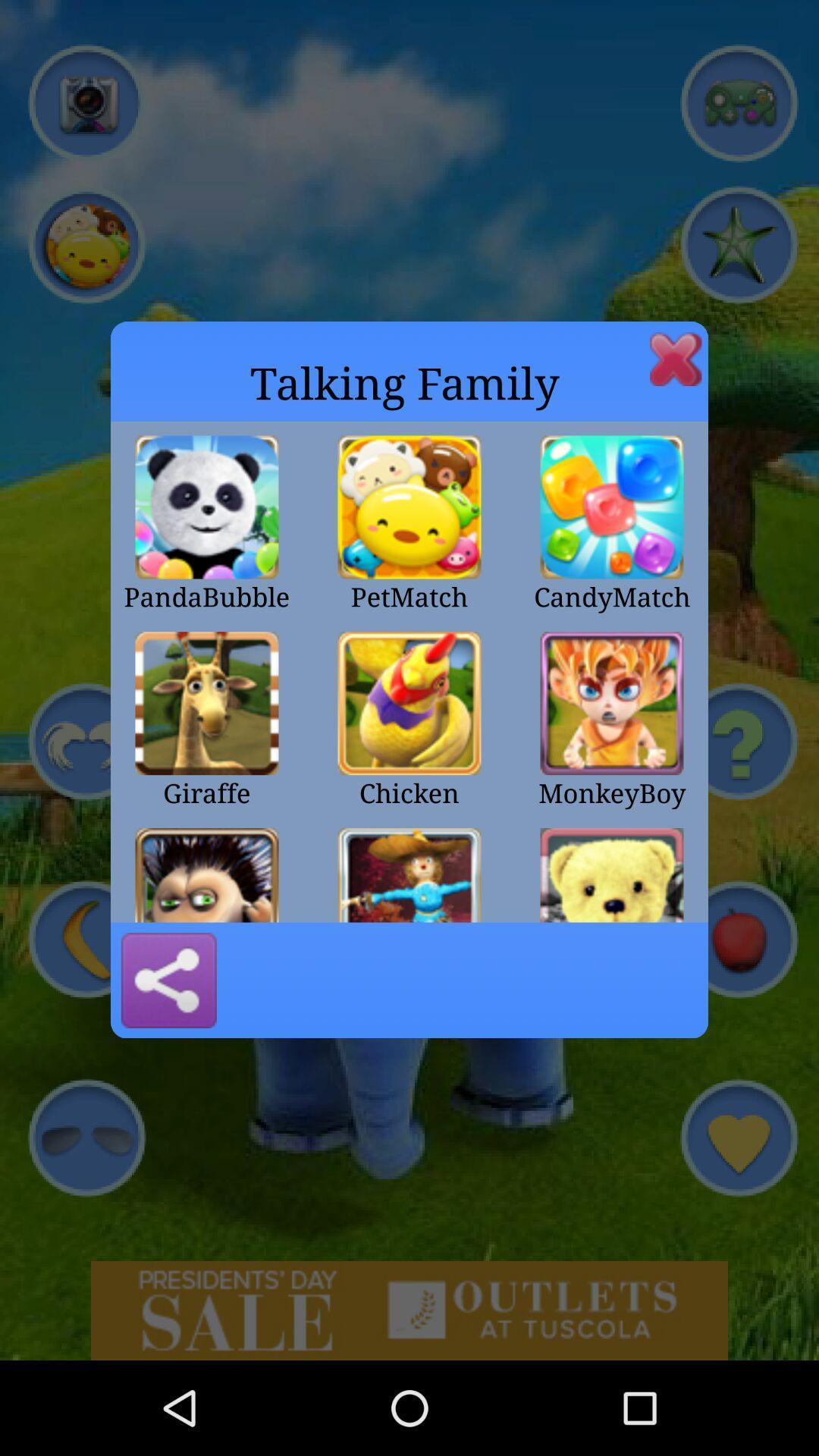  I want to click on this window, so click(675, 358).